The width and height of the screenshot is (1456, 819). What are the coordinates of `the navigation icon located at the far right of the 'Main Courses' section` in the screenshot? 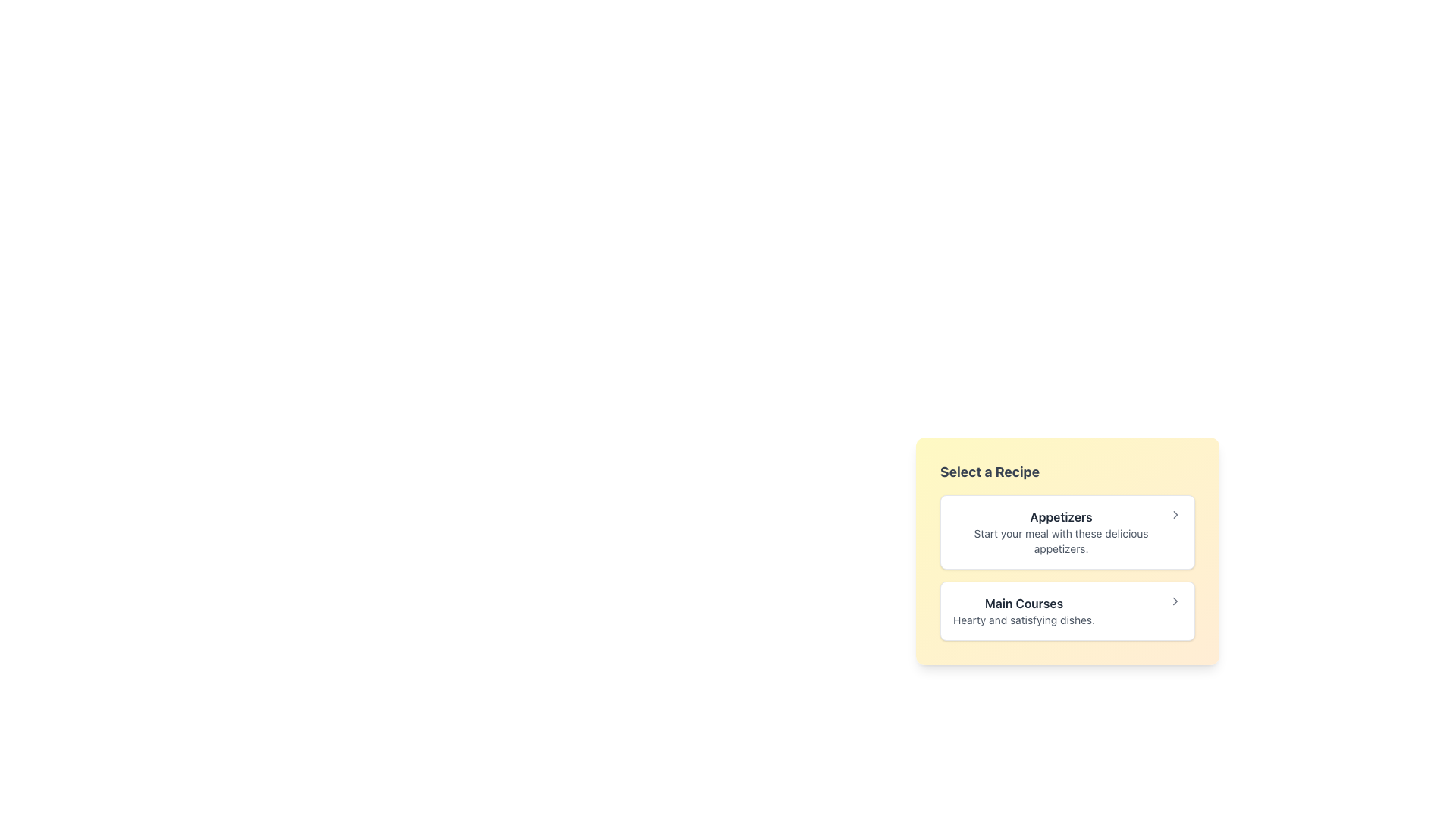 It's located at (1175, 601).